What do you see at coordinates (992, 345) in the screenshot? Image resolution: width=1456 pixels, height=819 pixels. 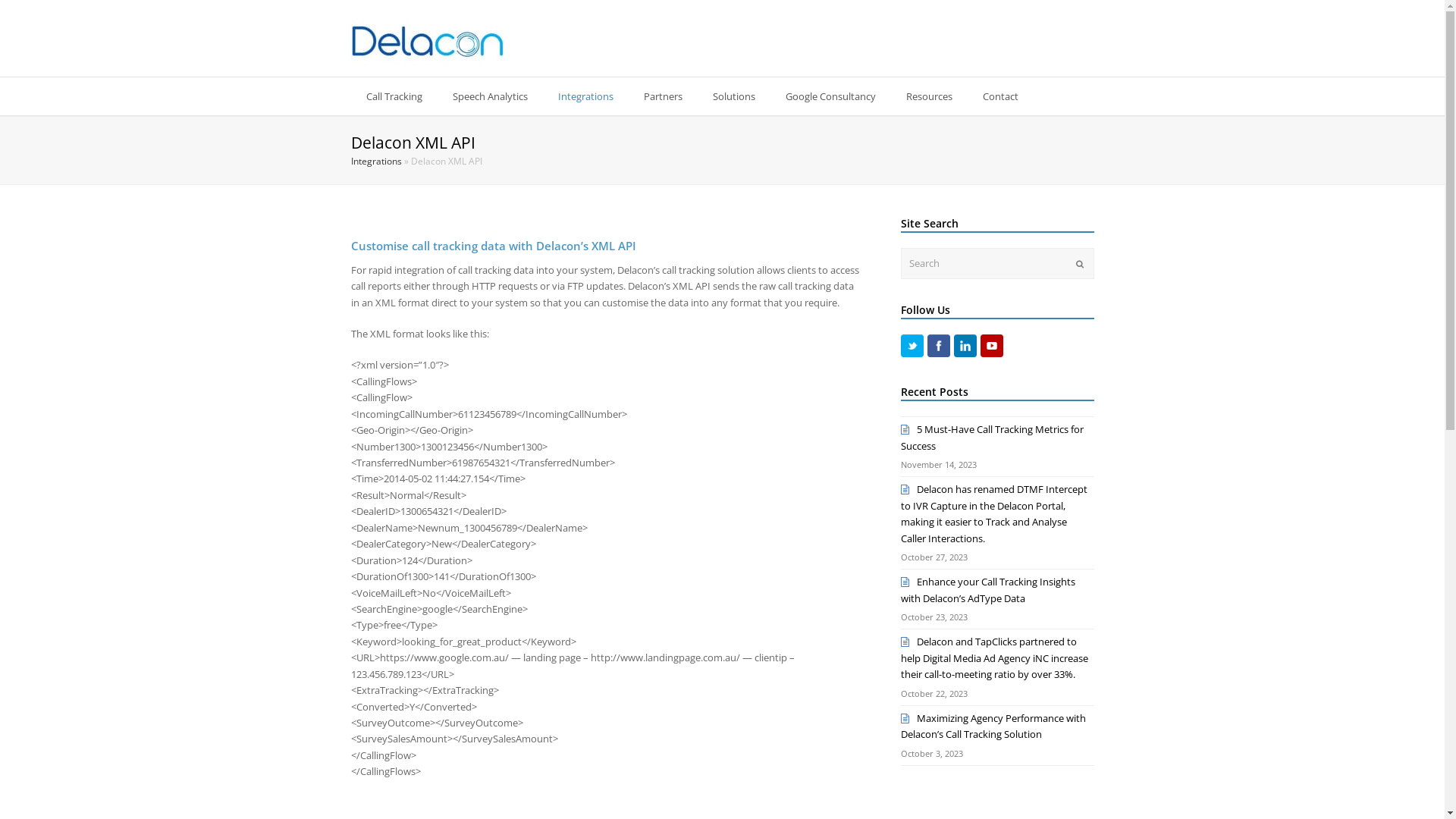 I see `'Youtube'` at bounding box center [992, 345].